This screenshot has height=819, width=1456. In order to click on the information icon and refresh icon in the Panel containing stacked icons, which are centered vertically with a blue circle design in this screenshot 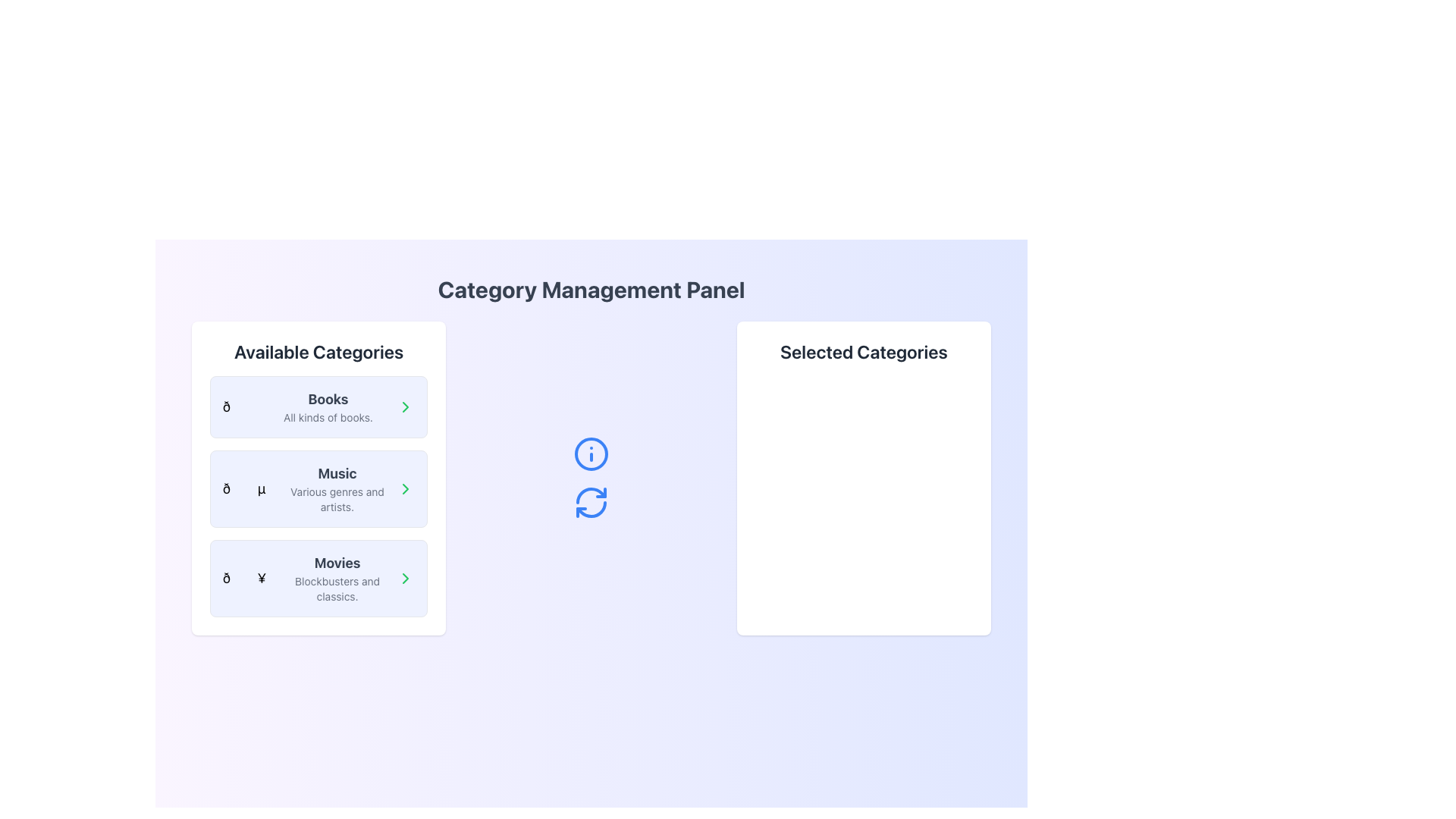, I will do `click(590, 479)`.